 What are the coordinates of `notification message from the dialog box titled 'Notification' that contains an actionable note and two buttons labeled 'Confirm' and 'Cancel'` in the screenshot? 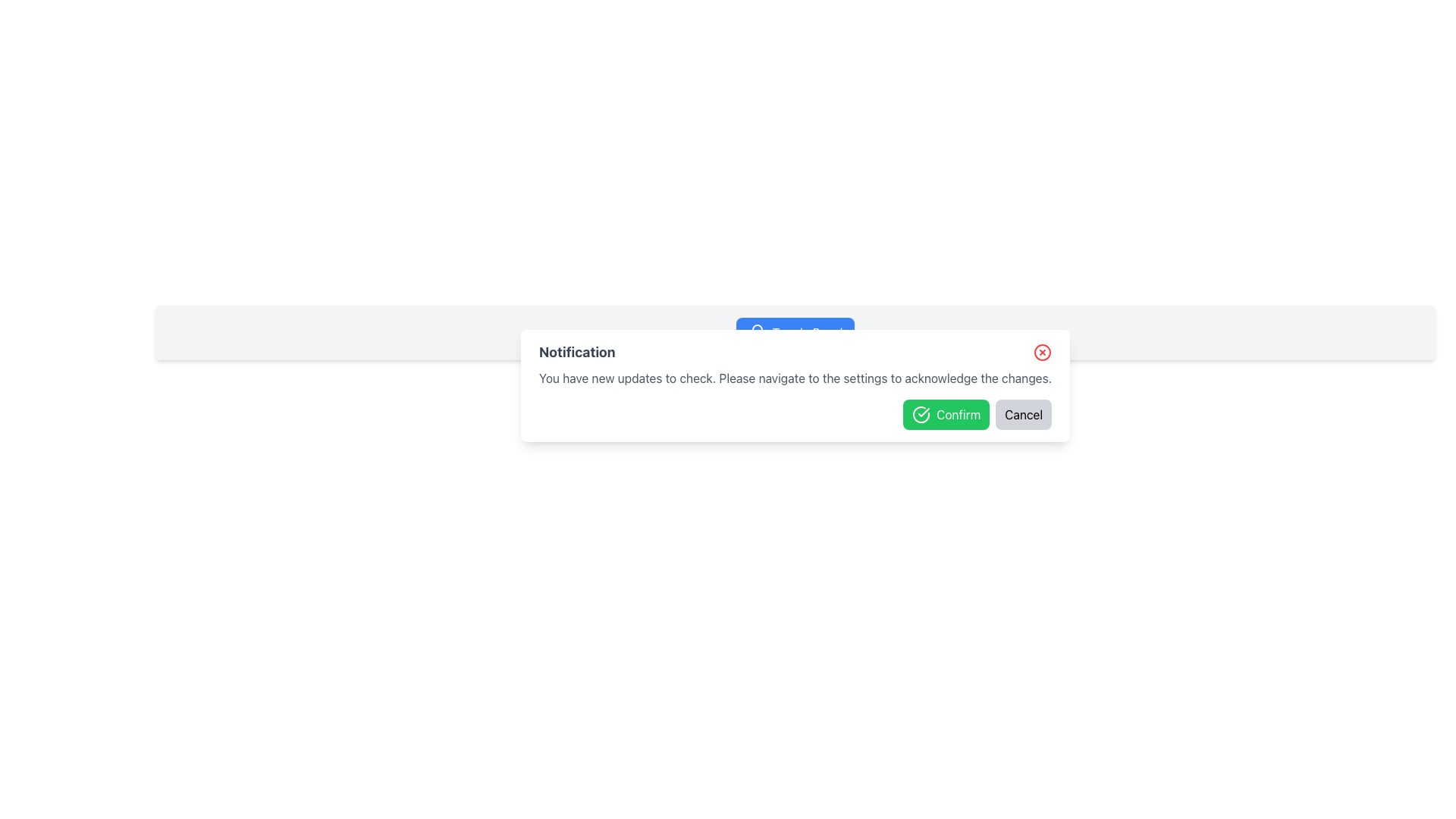 It's located at (795, 385).